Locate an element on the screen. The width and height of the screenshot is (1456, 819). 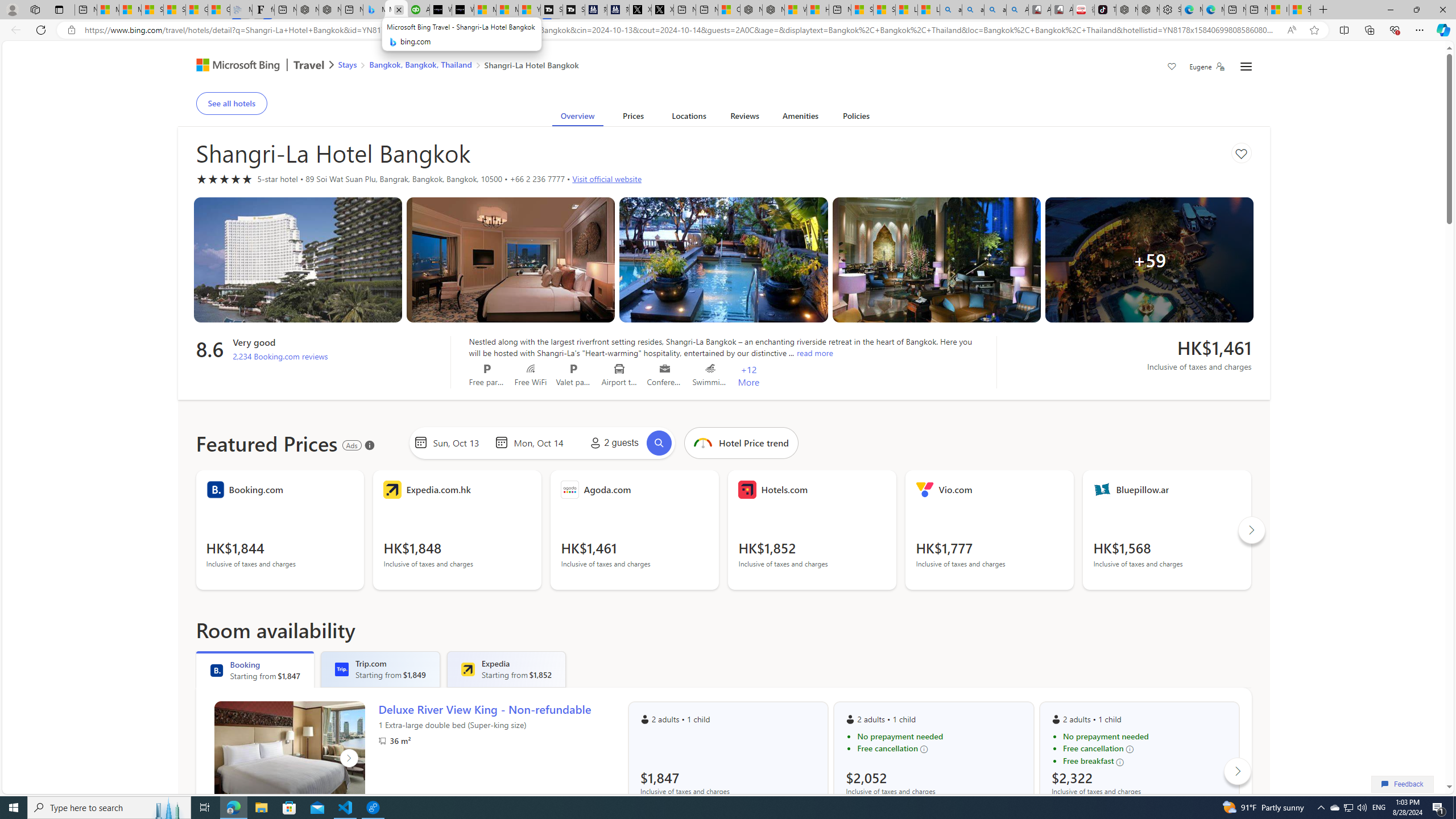
'Copilot (Ctrl+Shift+.)' is located at coordinates (1442, 29).